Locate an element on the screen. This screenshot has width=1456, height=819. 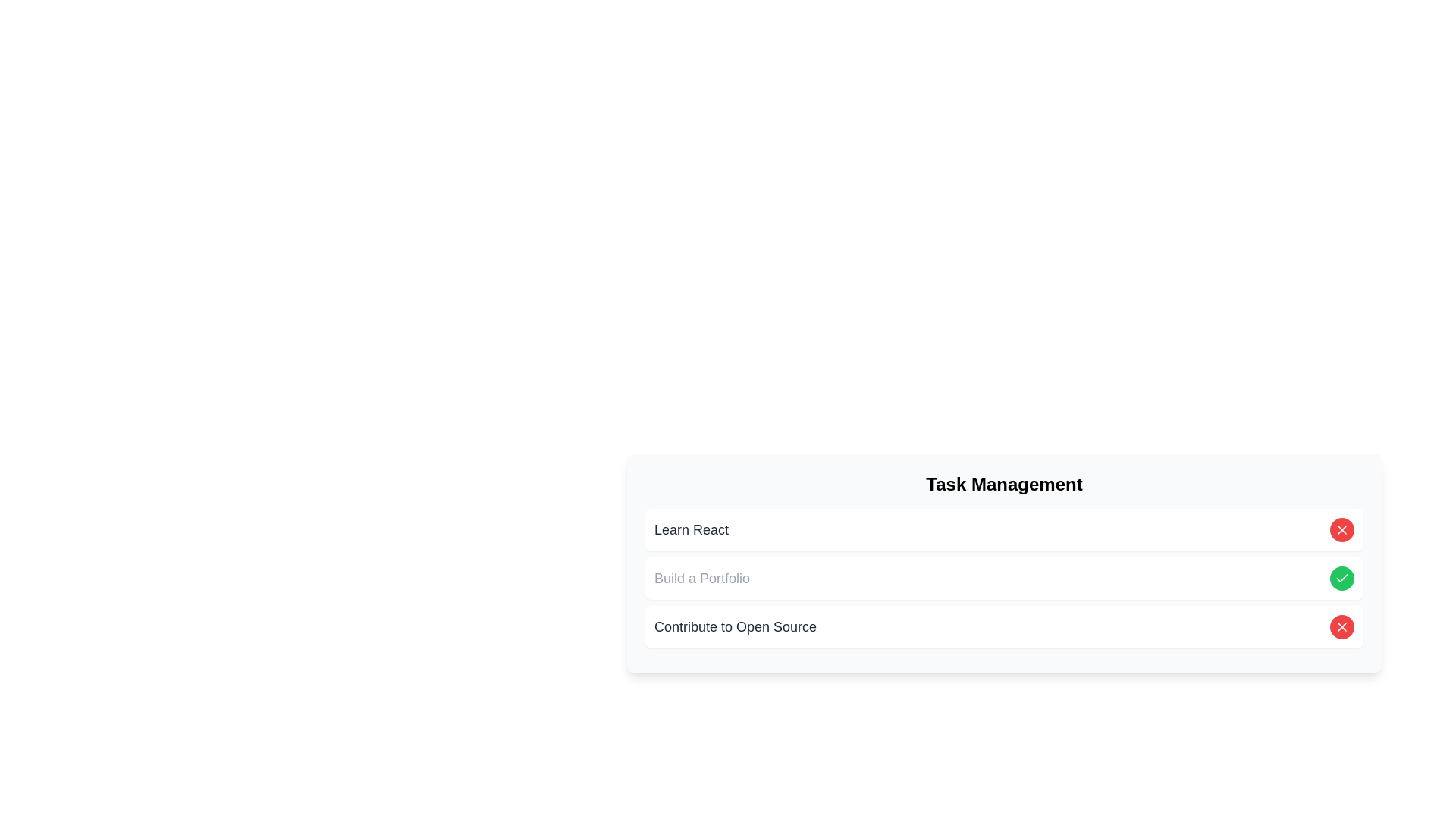
text label that says 'Contribute to Open Source', which is the third item in the task list, styled with a larger font size and dark gray color is located at coordinates (735, 626).